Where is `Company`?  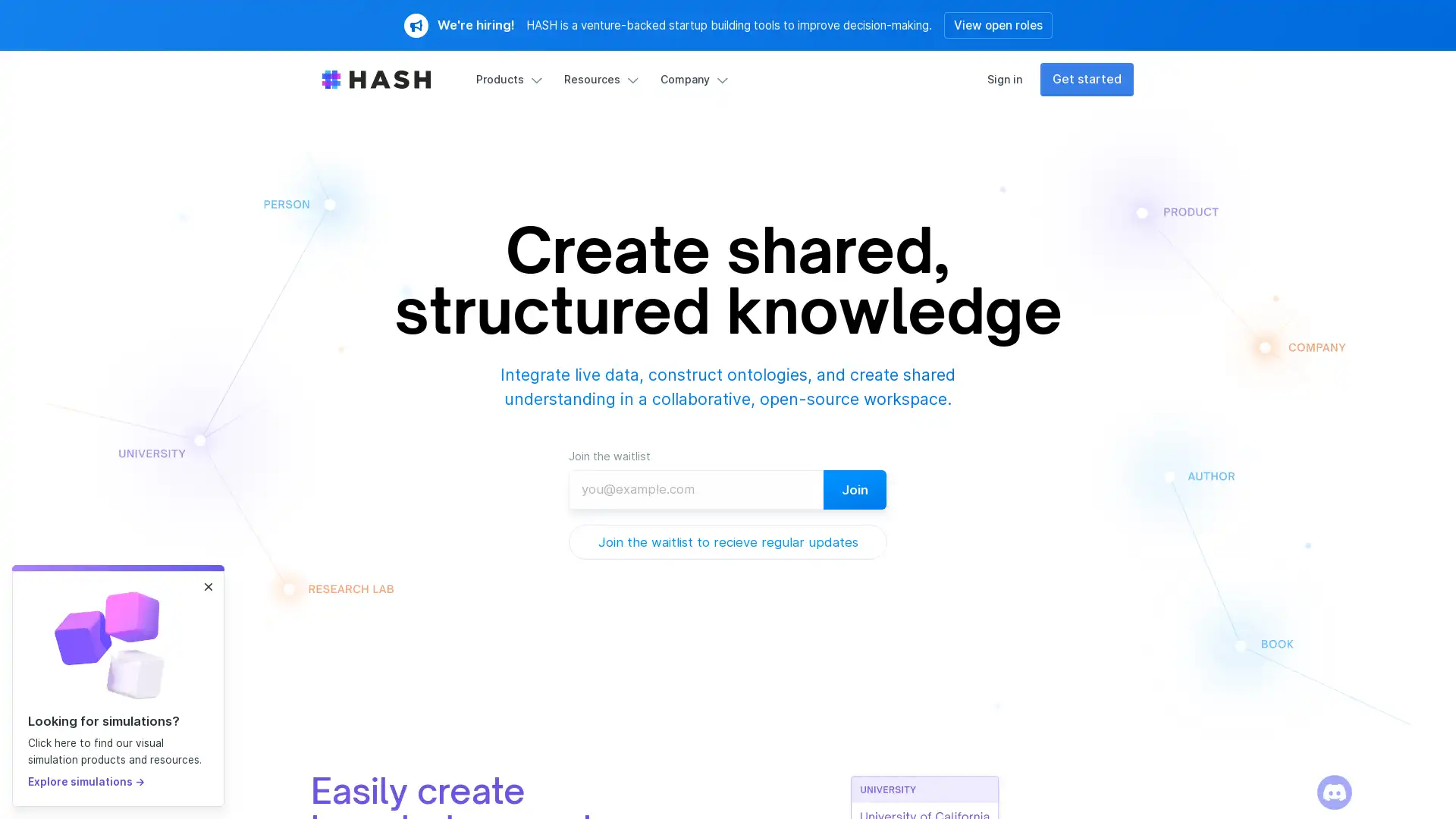
Company is located at coordinates (691, 79).